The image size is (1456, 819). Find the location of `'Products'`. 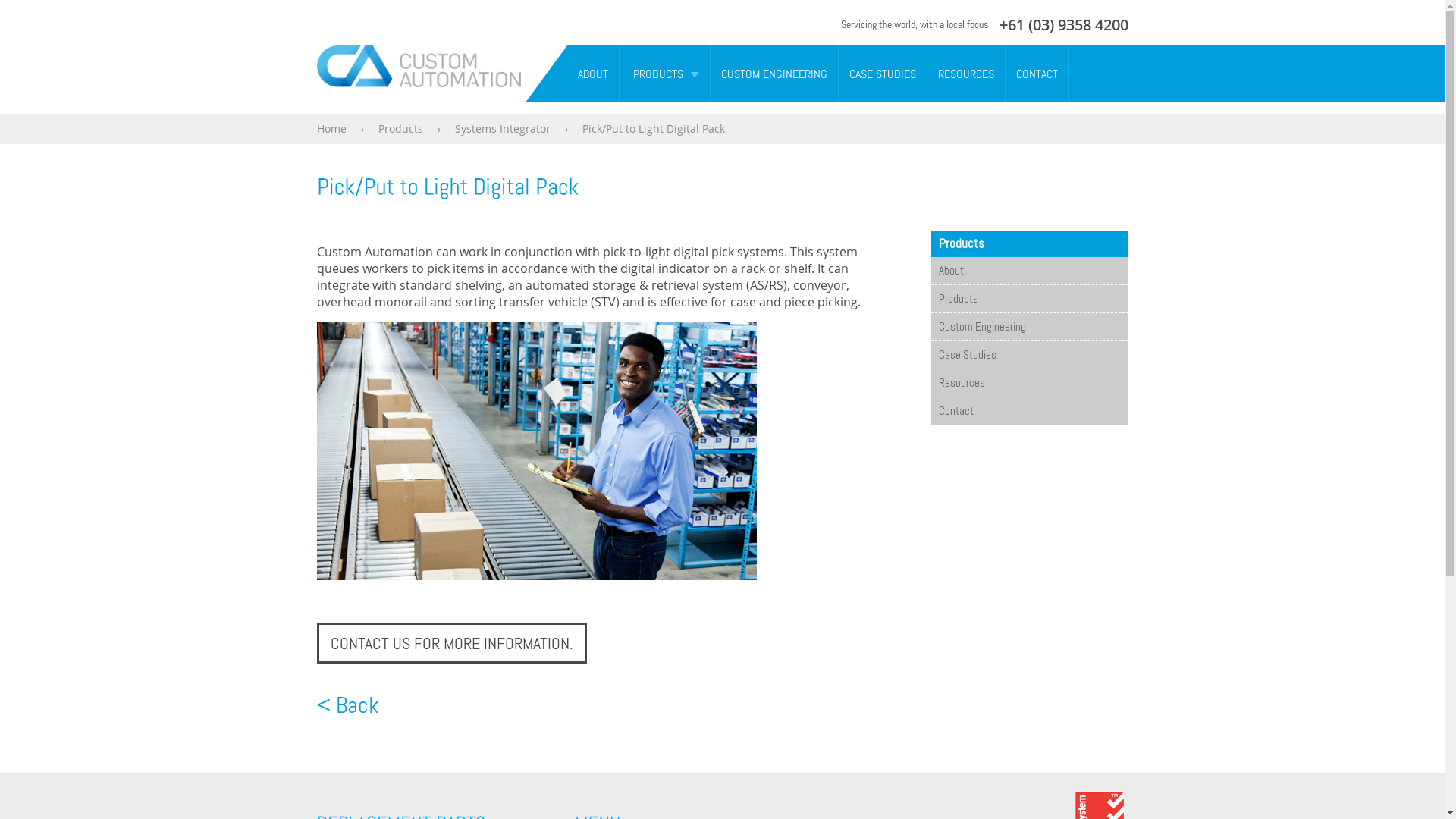

'Products' is located at coordinates (400, 127).